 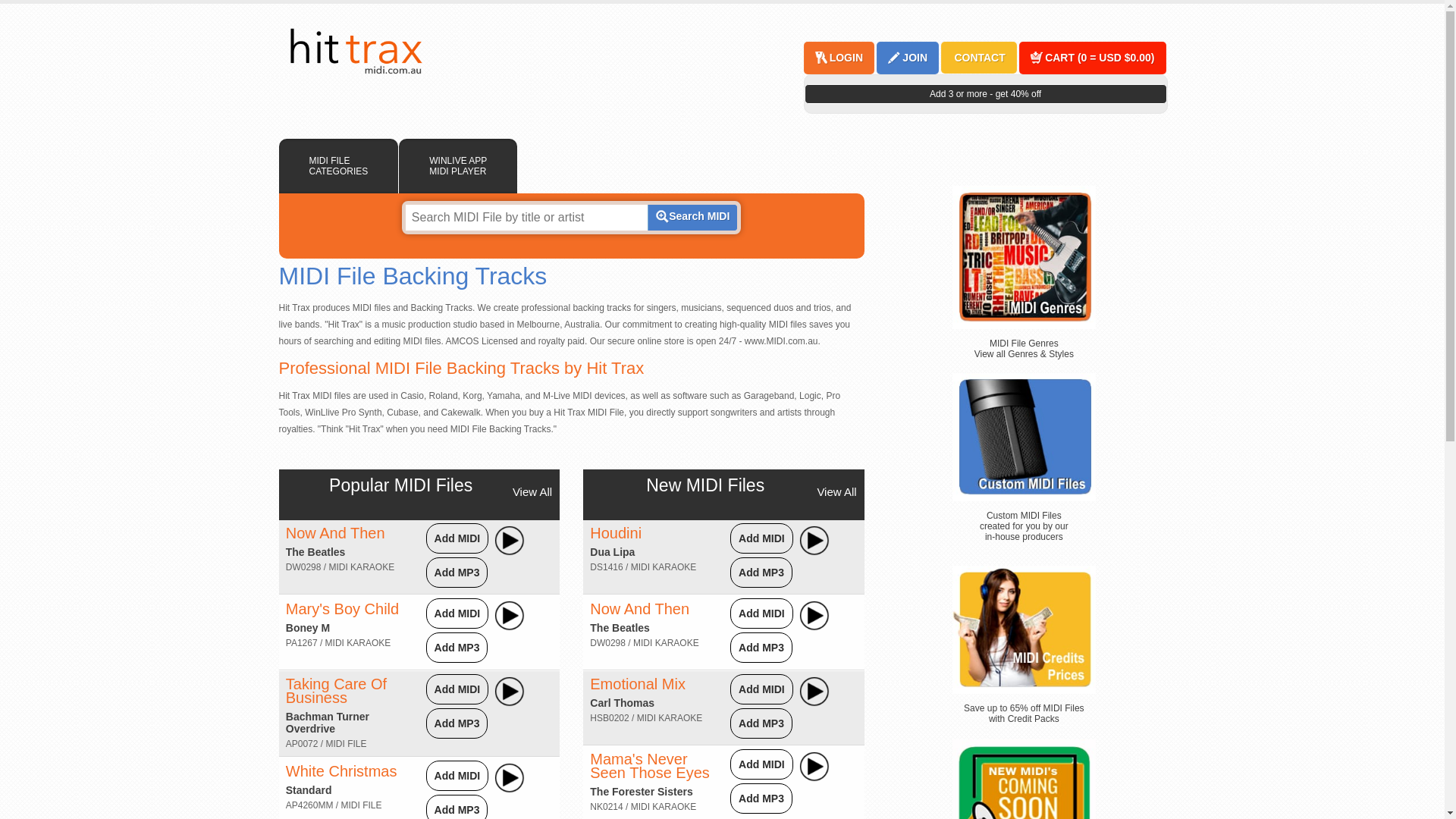 I want to click on 'Mama's Never Seen Those Eyes', so click(x=588, y=766).